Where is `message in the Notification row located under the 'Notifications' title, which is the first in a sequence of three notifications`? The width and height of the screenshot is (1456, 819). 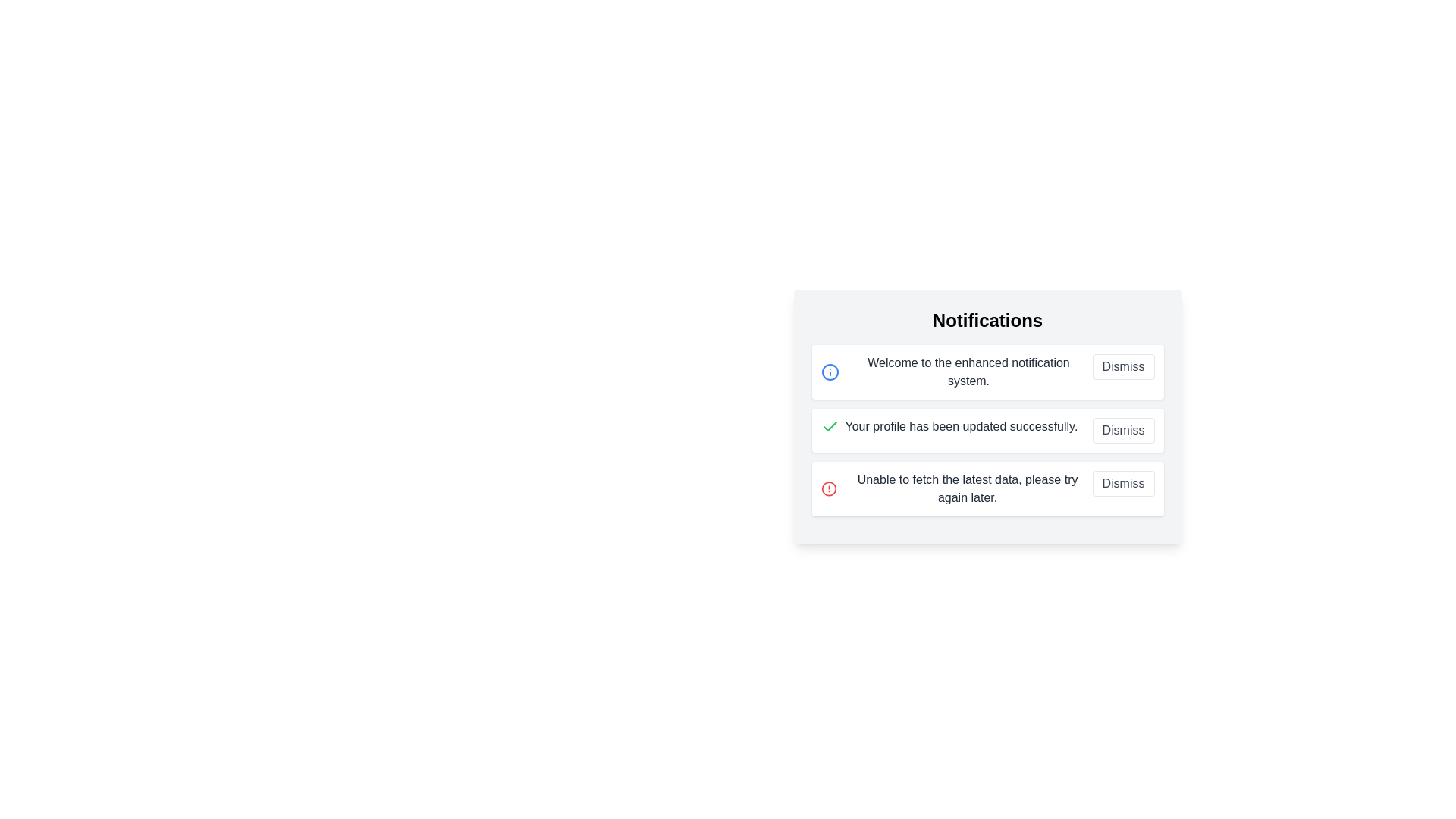 message in the Notification row located under the 'Notifications' title, which is the first in a sequence of three notifications is located at coordinates (987, 372).